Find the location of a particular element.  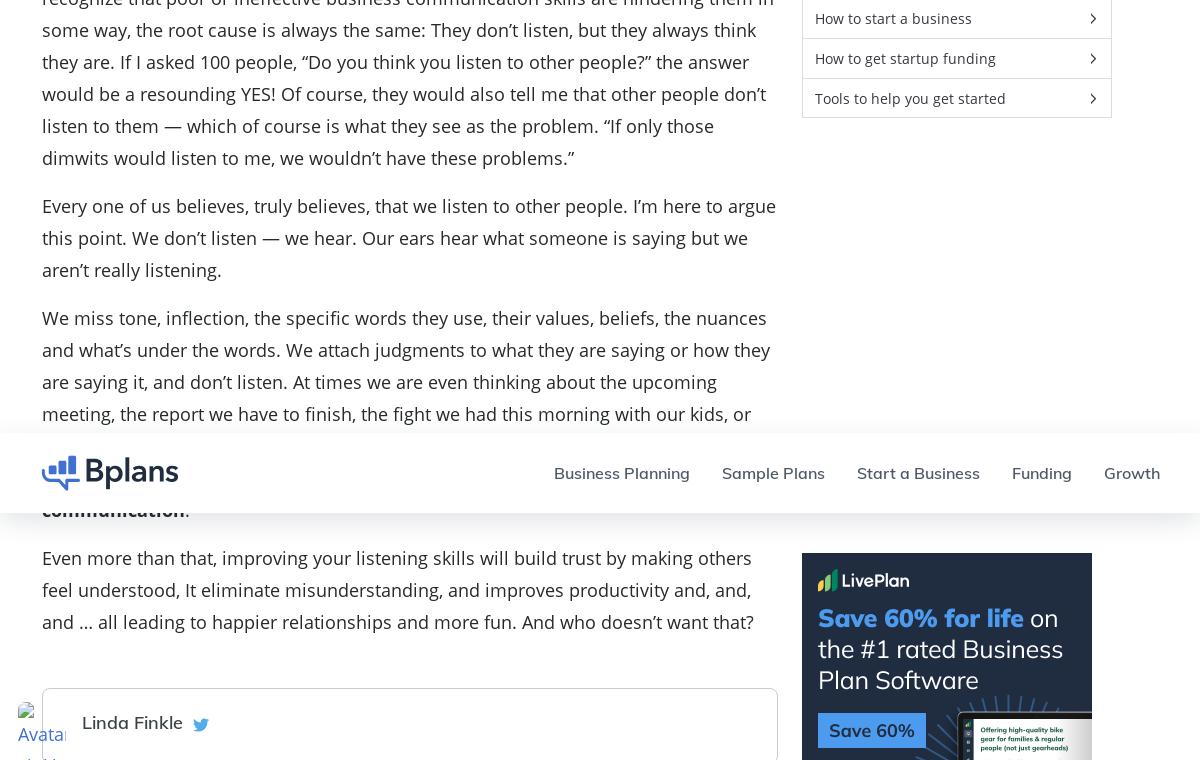

'Blog' is located at coordinates (809, 93).